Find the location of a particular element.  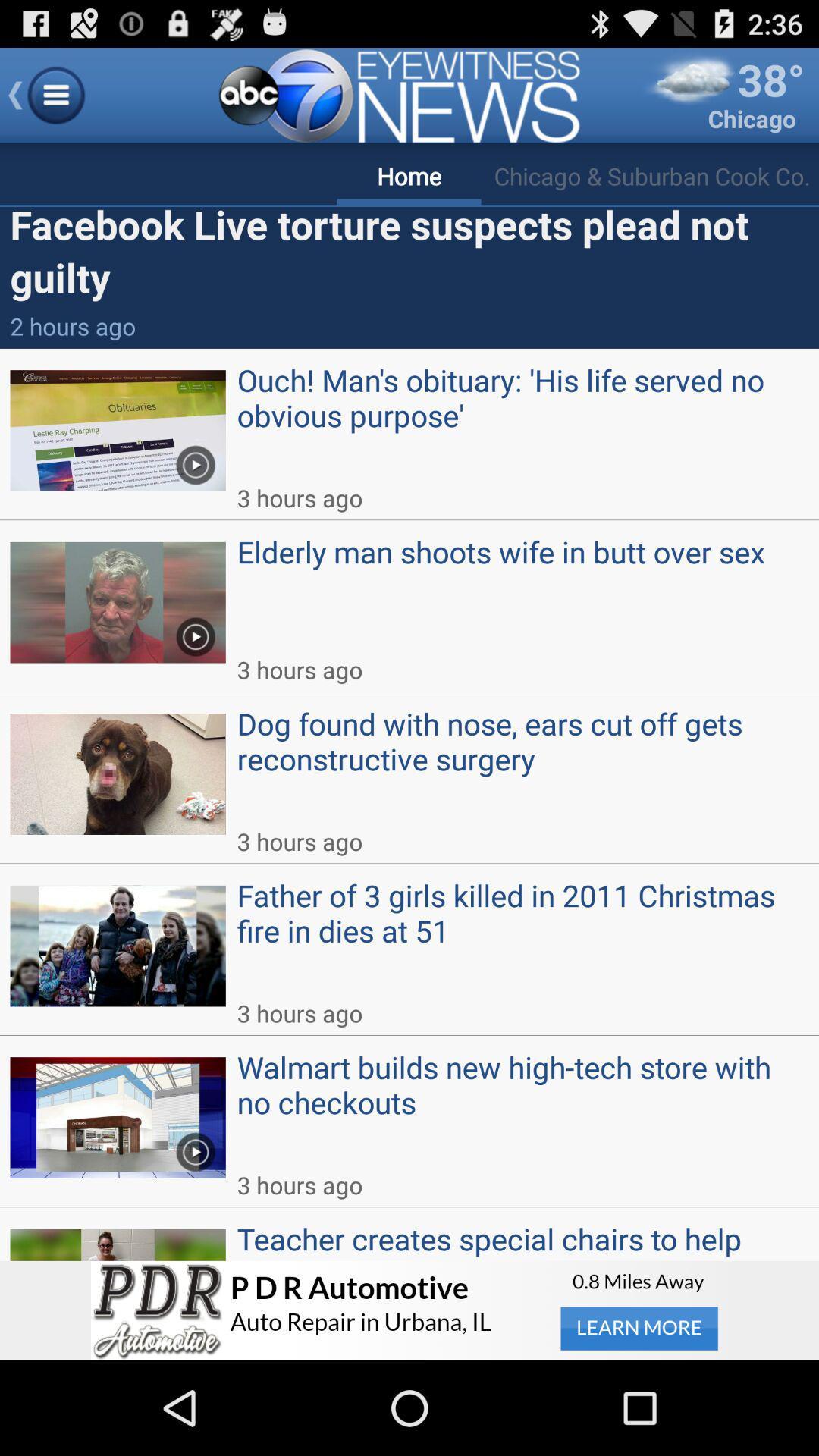

38 degrees chicago which is at top right side of the page is located at coordinates (723, 94).